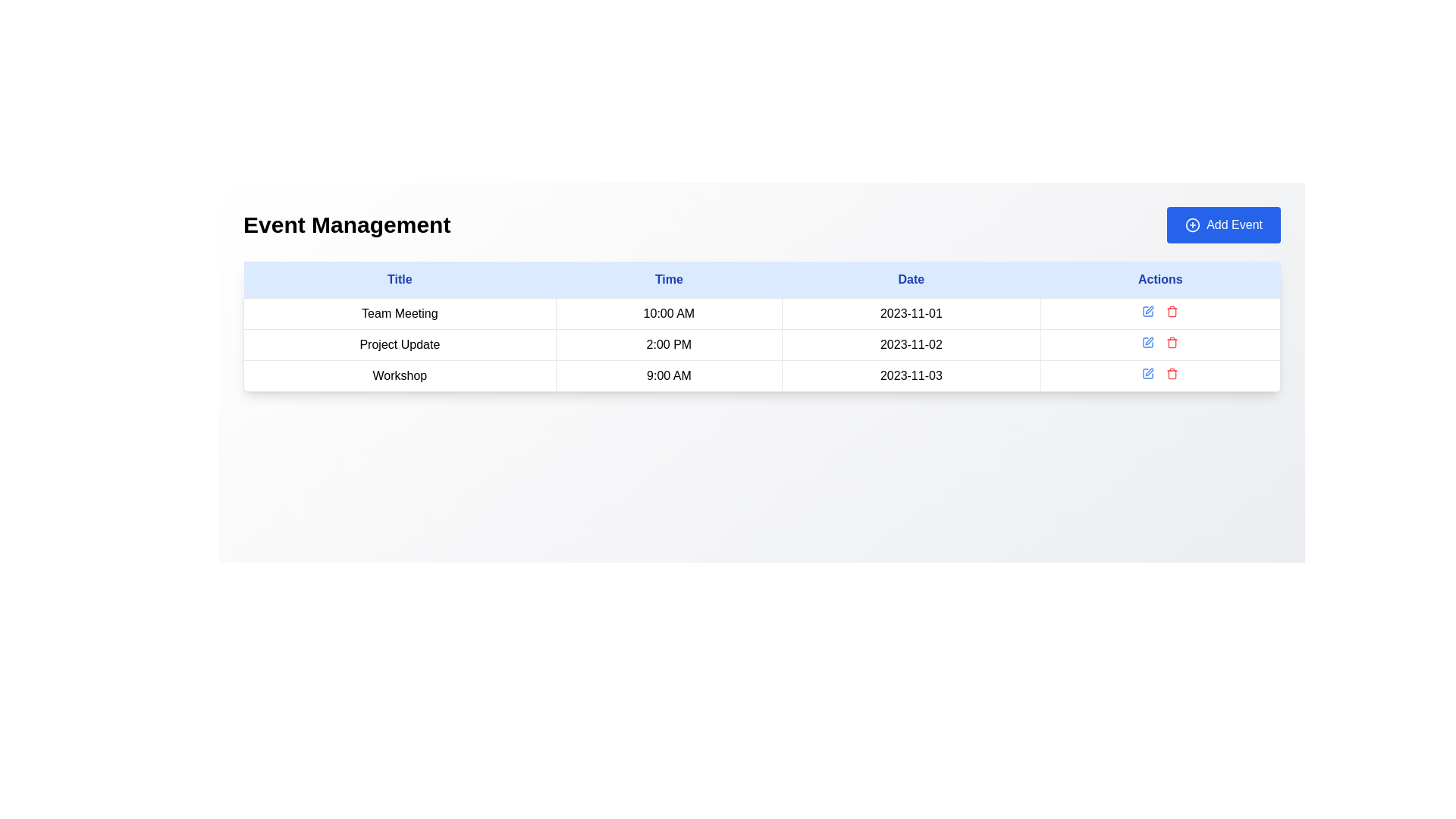 The height and width of the screenshot is (819, 1456). What do you see at coordinates (1172, 342) in the screenshot?
I see `the red trash icon button located in the second row under the 'Actions' column of the table` at bounding box center [1172, 342].